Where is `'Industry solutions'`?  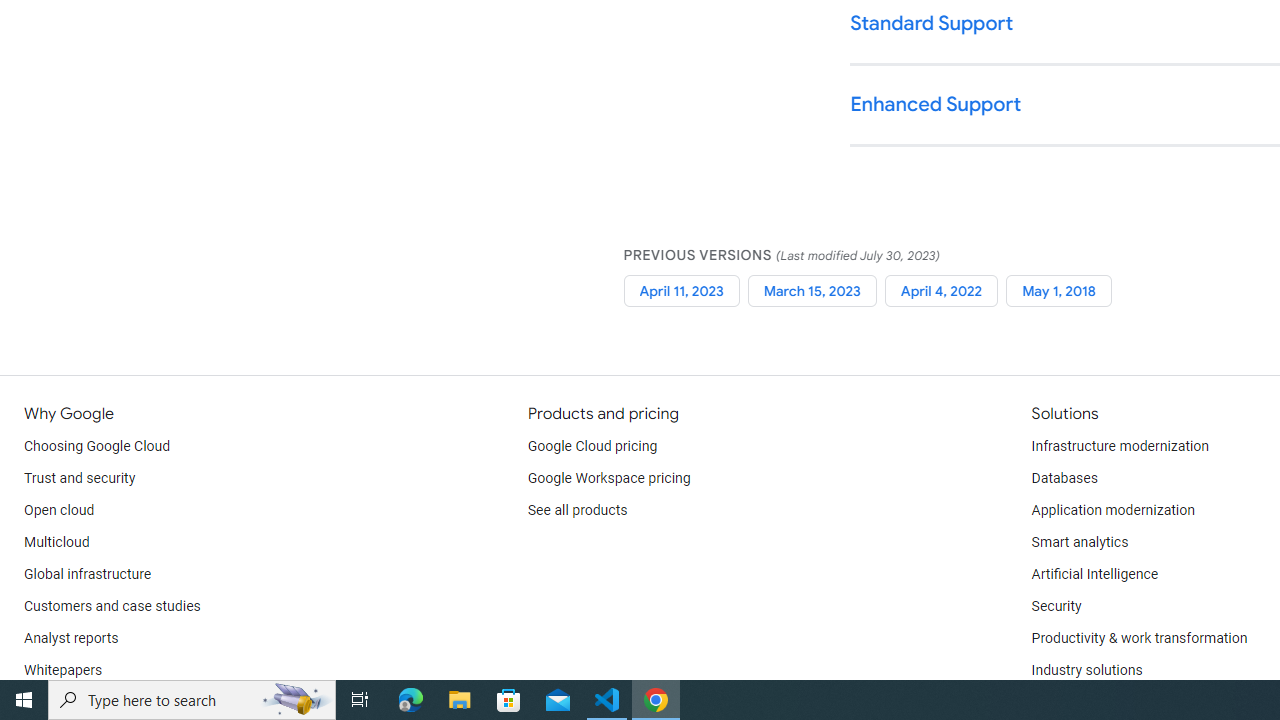
'Industry solutions' is located at coordinates (1085, 671).